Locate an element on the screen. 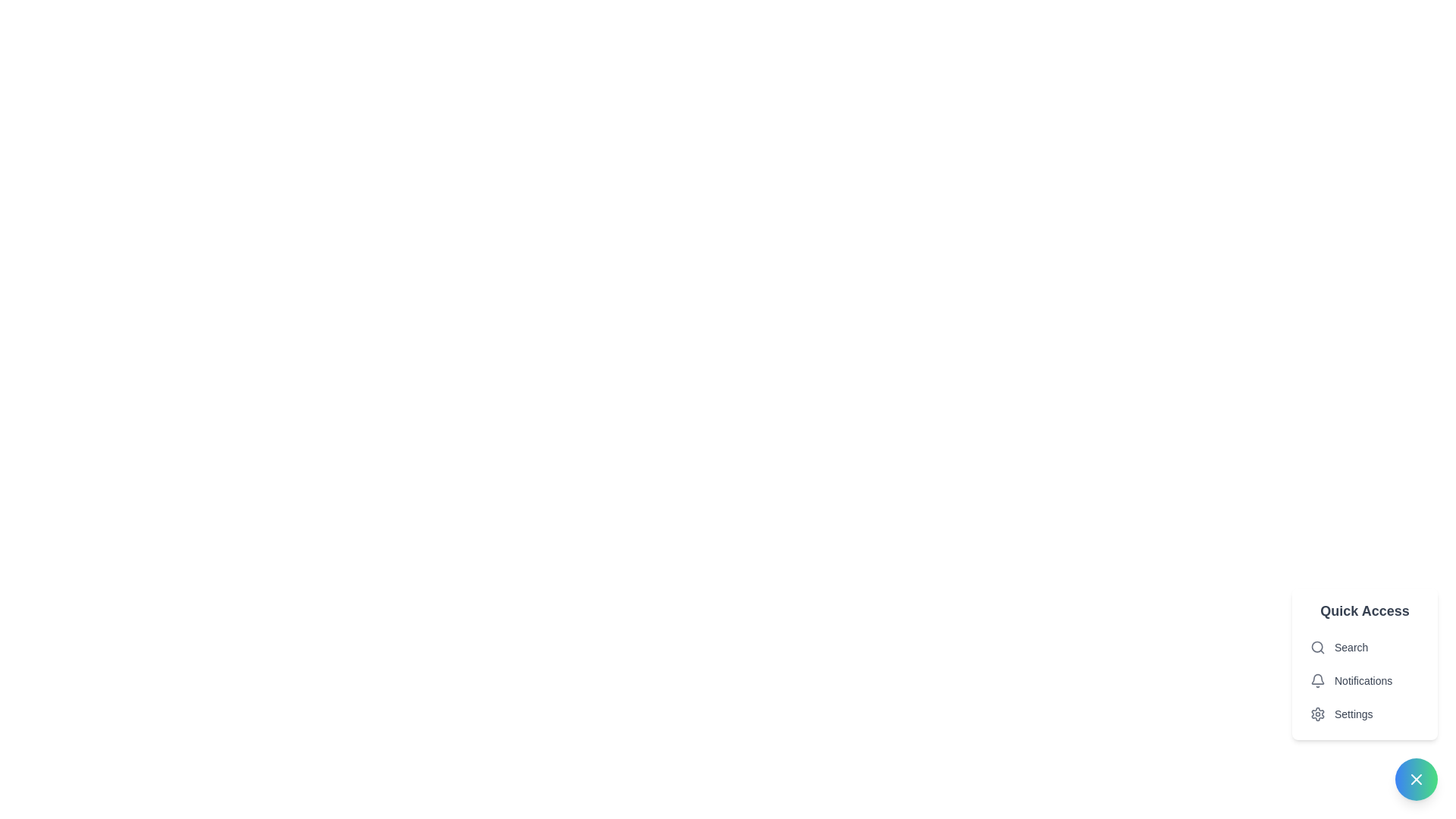 The height and width of the screenshot is (819, 1456). the text content of the 'Notifications' label, which is styled in gray and positioned next to the notification bell icon in the Quick Access menu is located at coordinates (1363, 680).